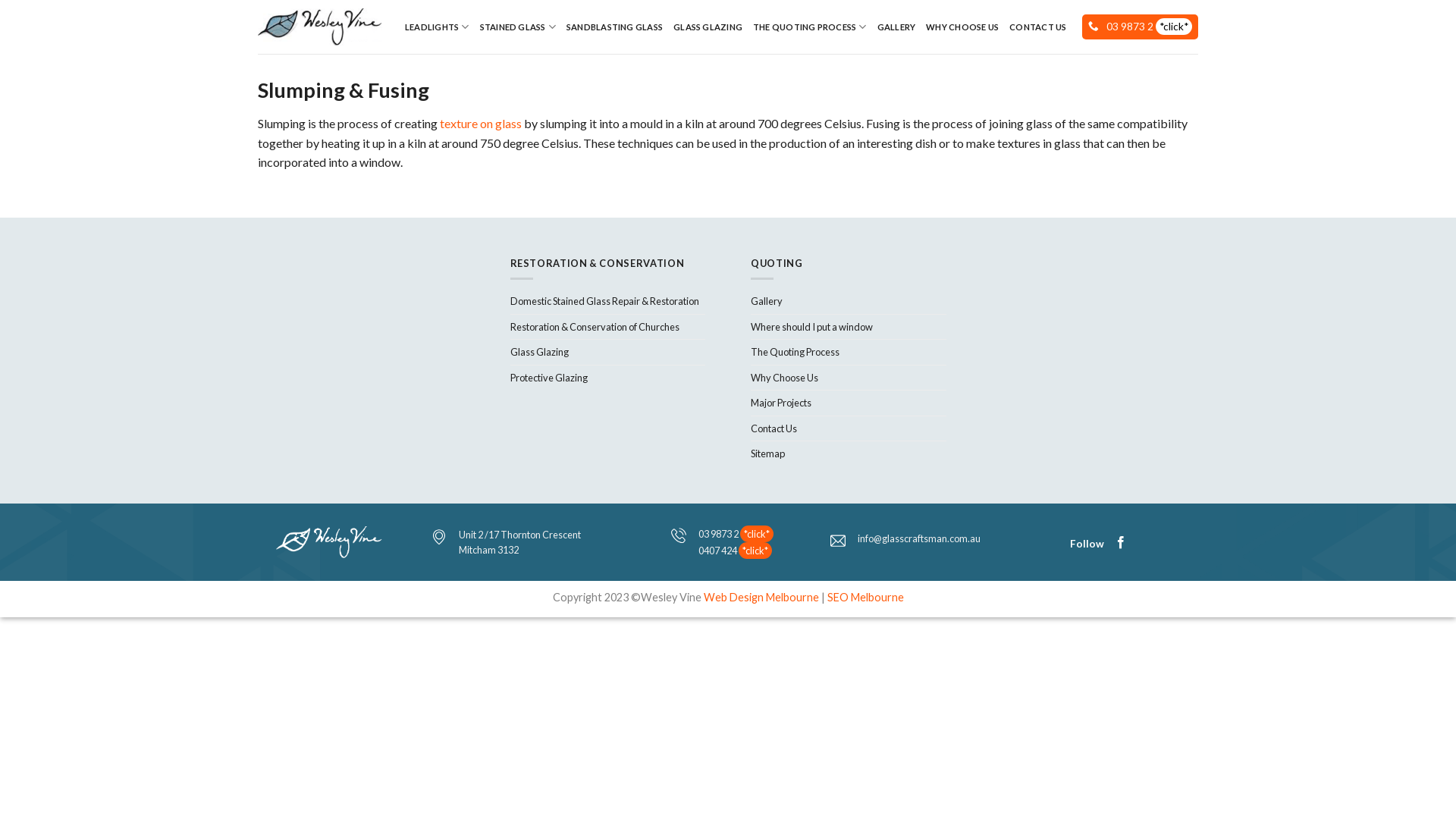 This screenshot has width=1456, height=819. I want to click on 'GLASS GLAZING', so click(707, 27).